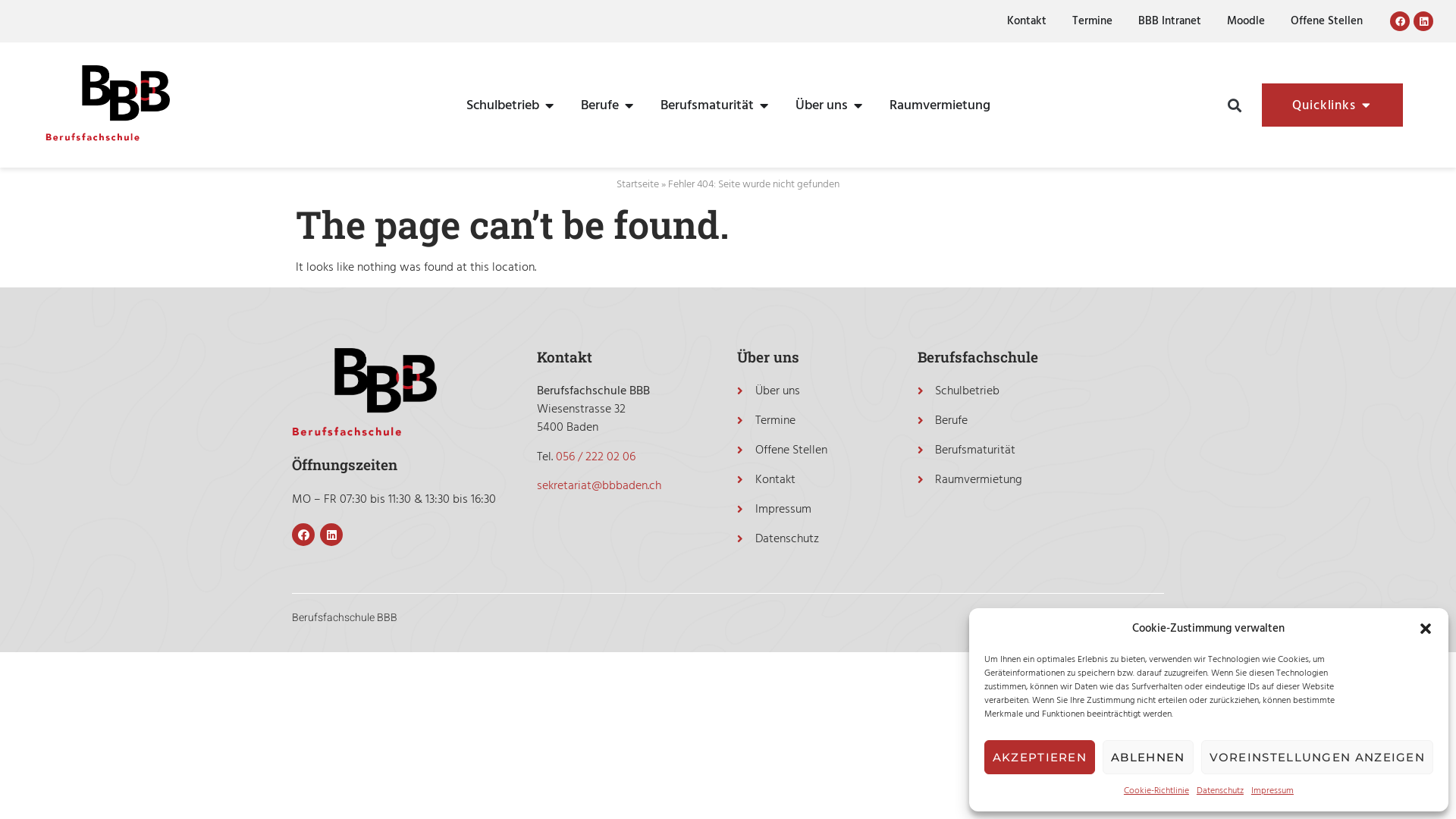 Image resolution: width=1456 pixels, height=819 pixels. Describe the element at coordinates (1219, 789) in the screenshot. I see `'Datenschutz'` at that location.